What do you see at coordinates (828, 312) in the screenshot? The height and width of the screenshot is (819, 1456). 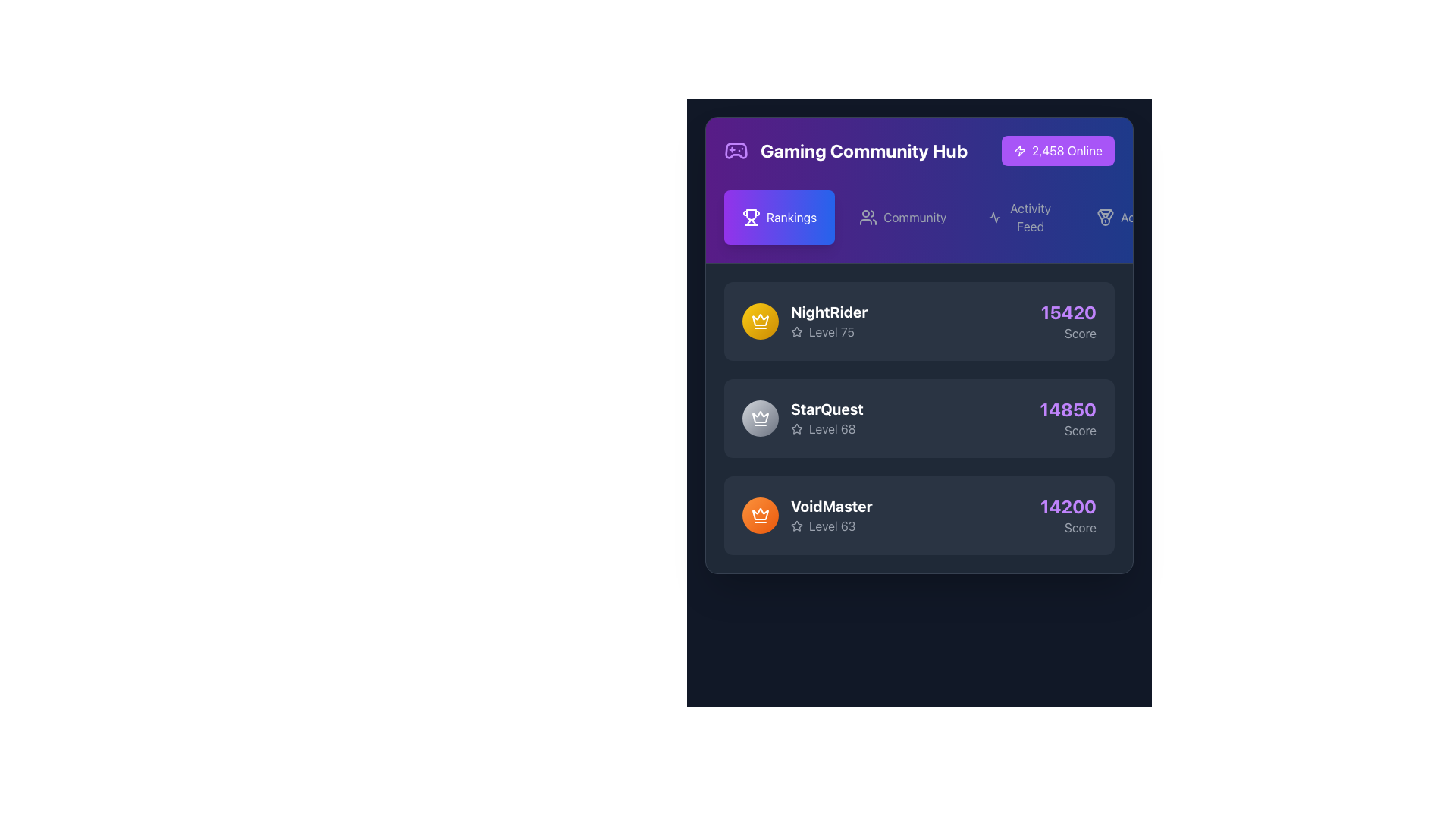 I see `text label 'NightRider', which is styled as bold and large, prominently displayed in white against a dark backdrop within the user rankings list` at bounding box center [828, 312].